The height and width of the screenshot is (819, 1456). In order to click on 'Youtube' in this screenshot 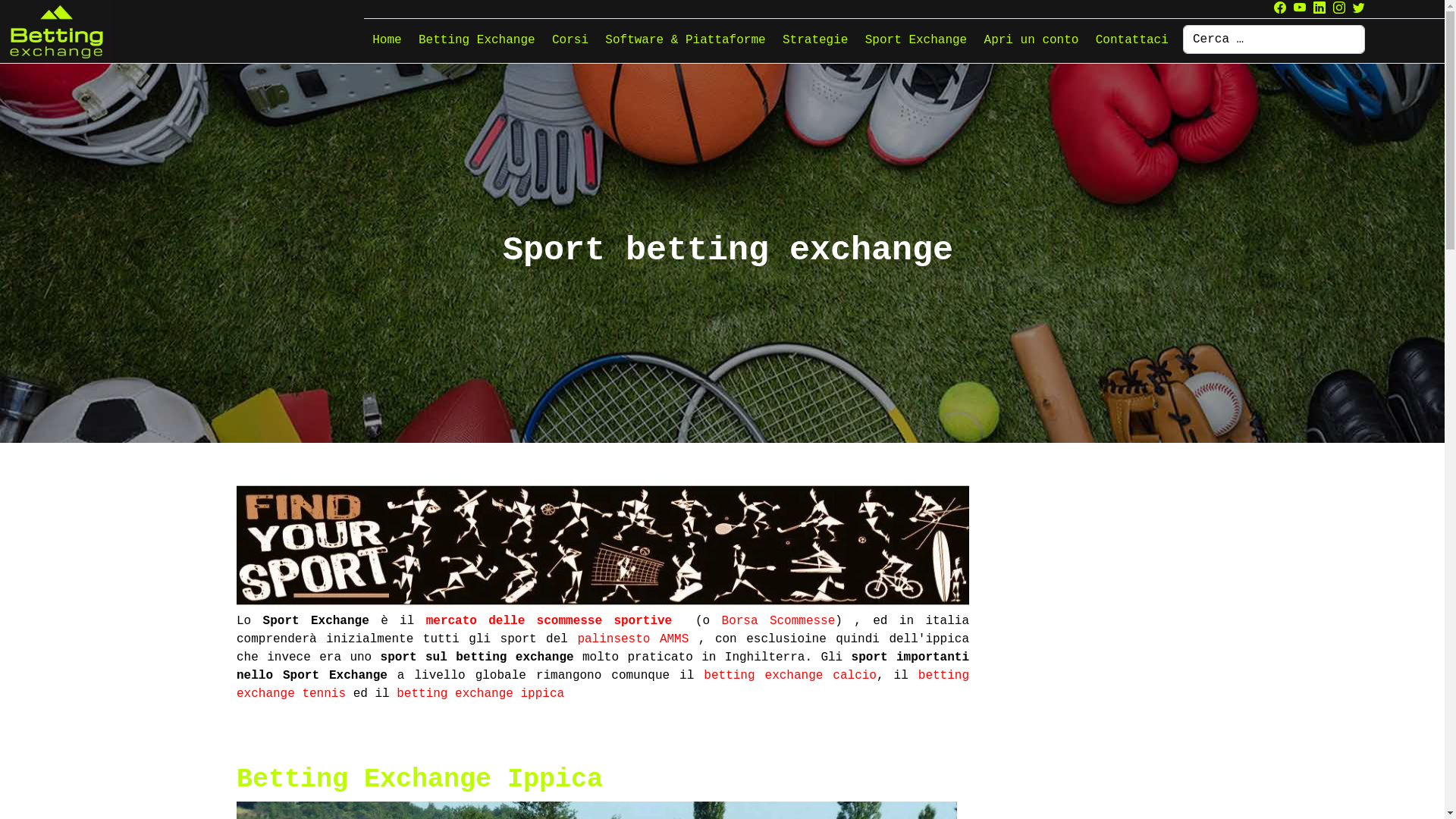, I will do `click(1298, 8)`.